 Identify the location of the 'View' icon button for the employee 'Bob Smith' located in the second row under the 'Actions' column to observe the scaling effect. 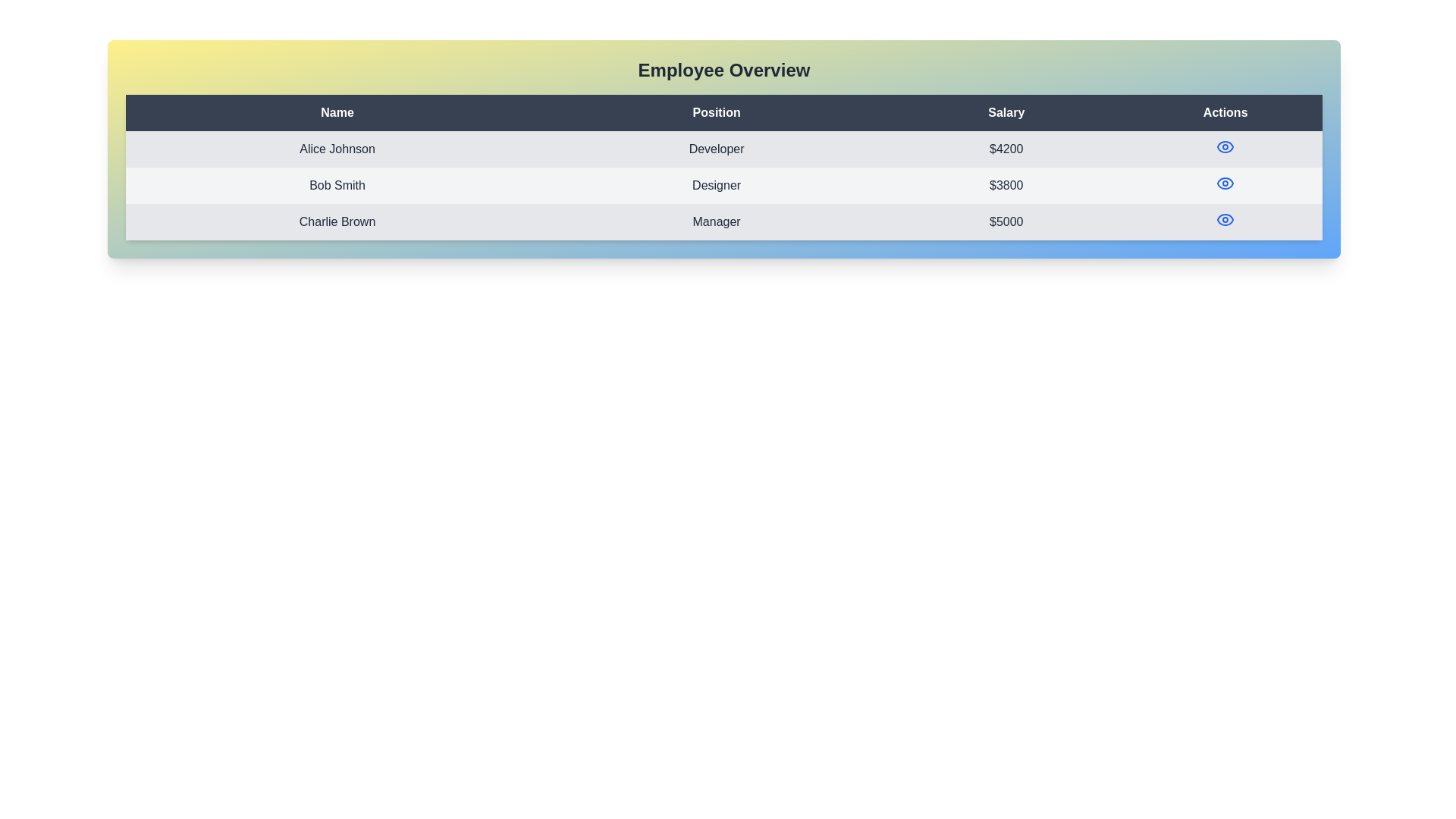
(1225, 182).